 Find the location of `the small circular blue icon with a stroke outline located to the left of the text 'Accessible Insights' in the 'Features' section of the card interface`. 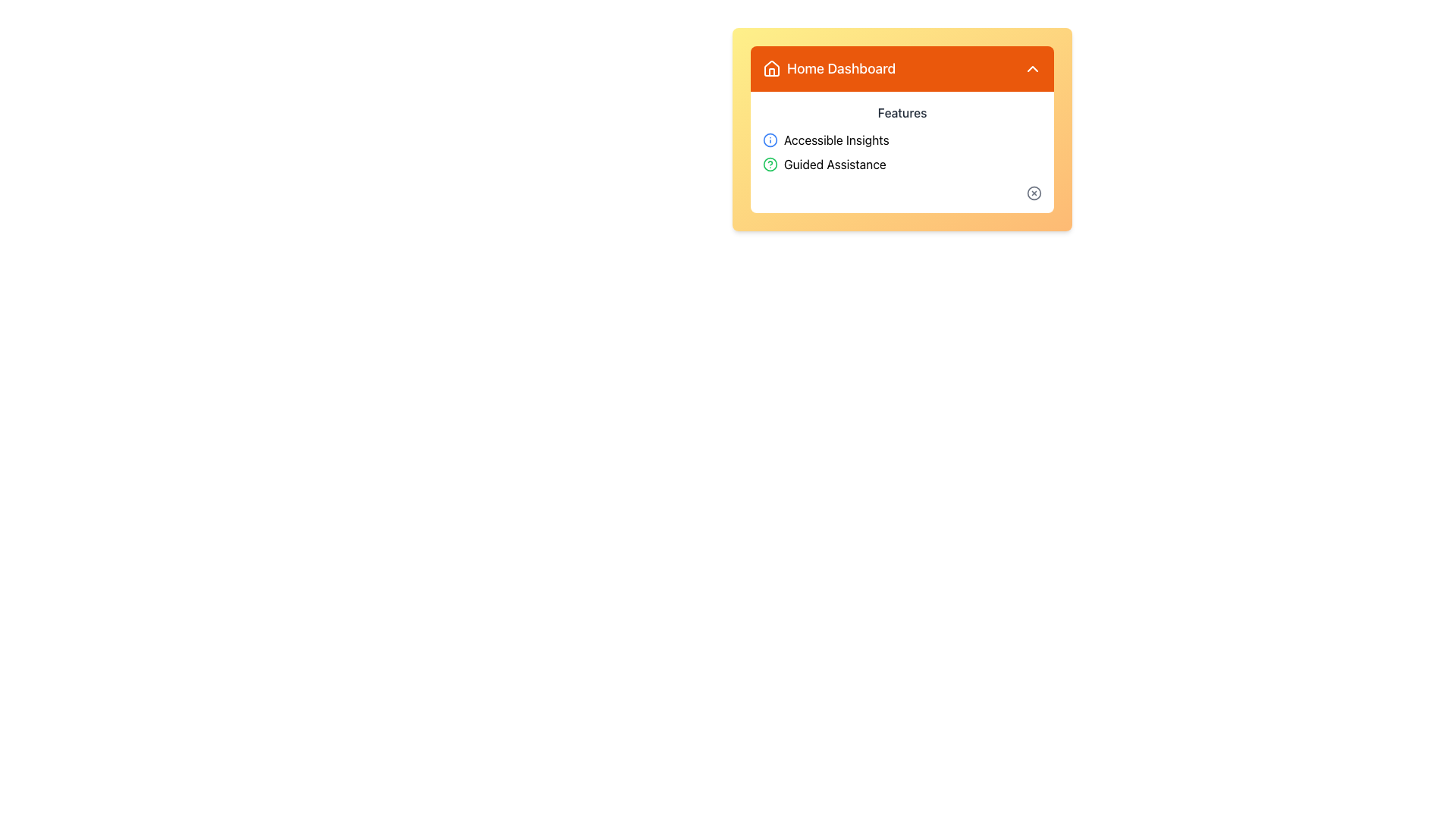

the small circular blue icon with a stroke outline located to the left of the text 'Accessible Insights' in the 'Features' section of the card interface is located at coordinates (770, 140).